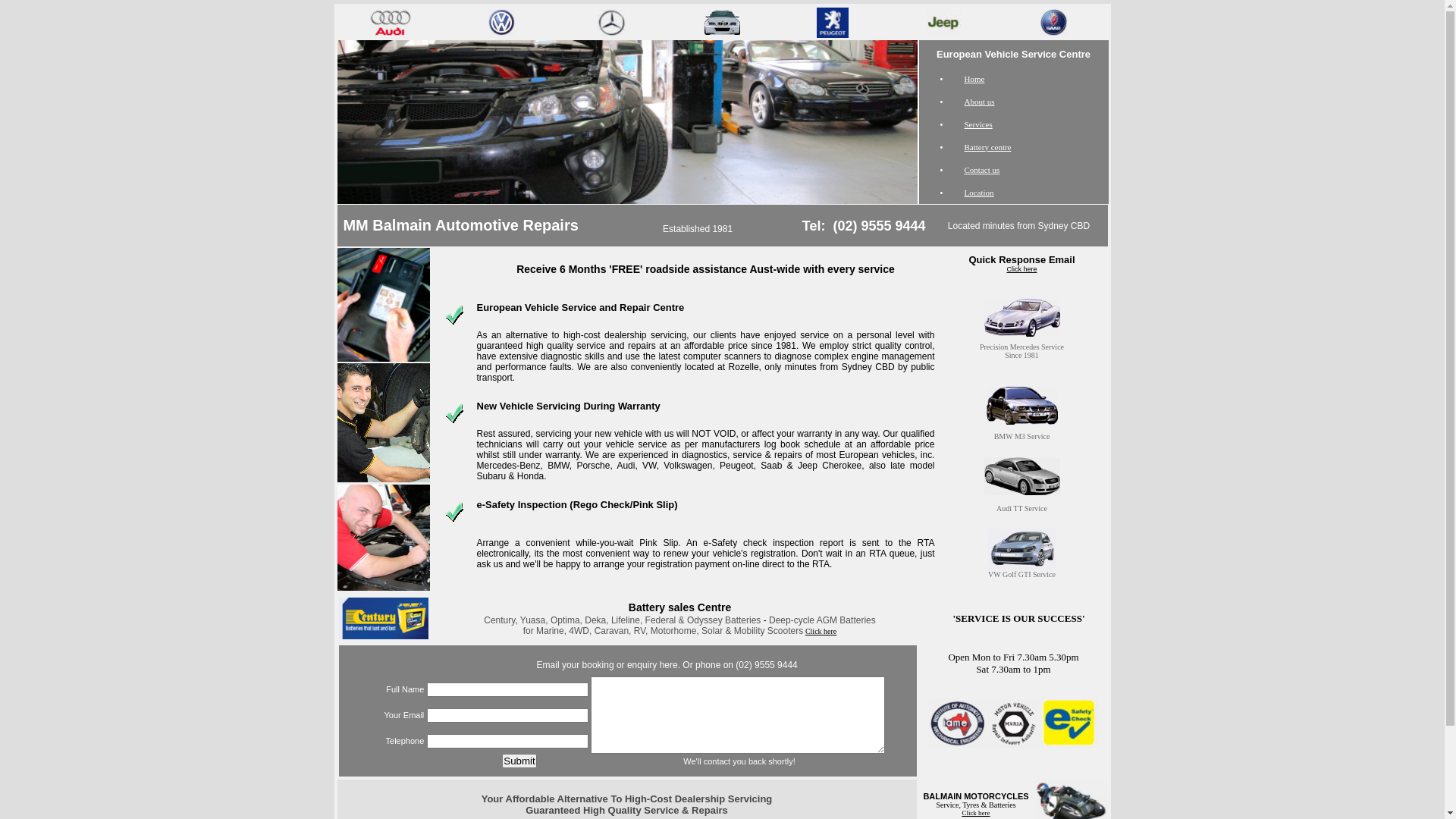  Describe the element at coordinates (964, 124) in the screenshot. I see `'Services'` at that location.